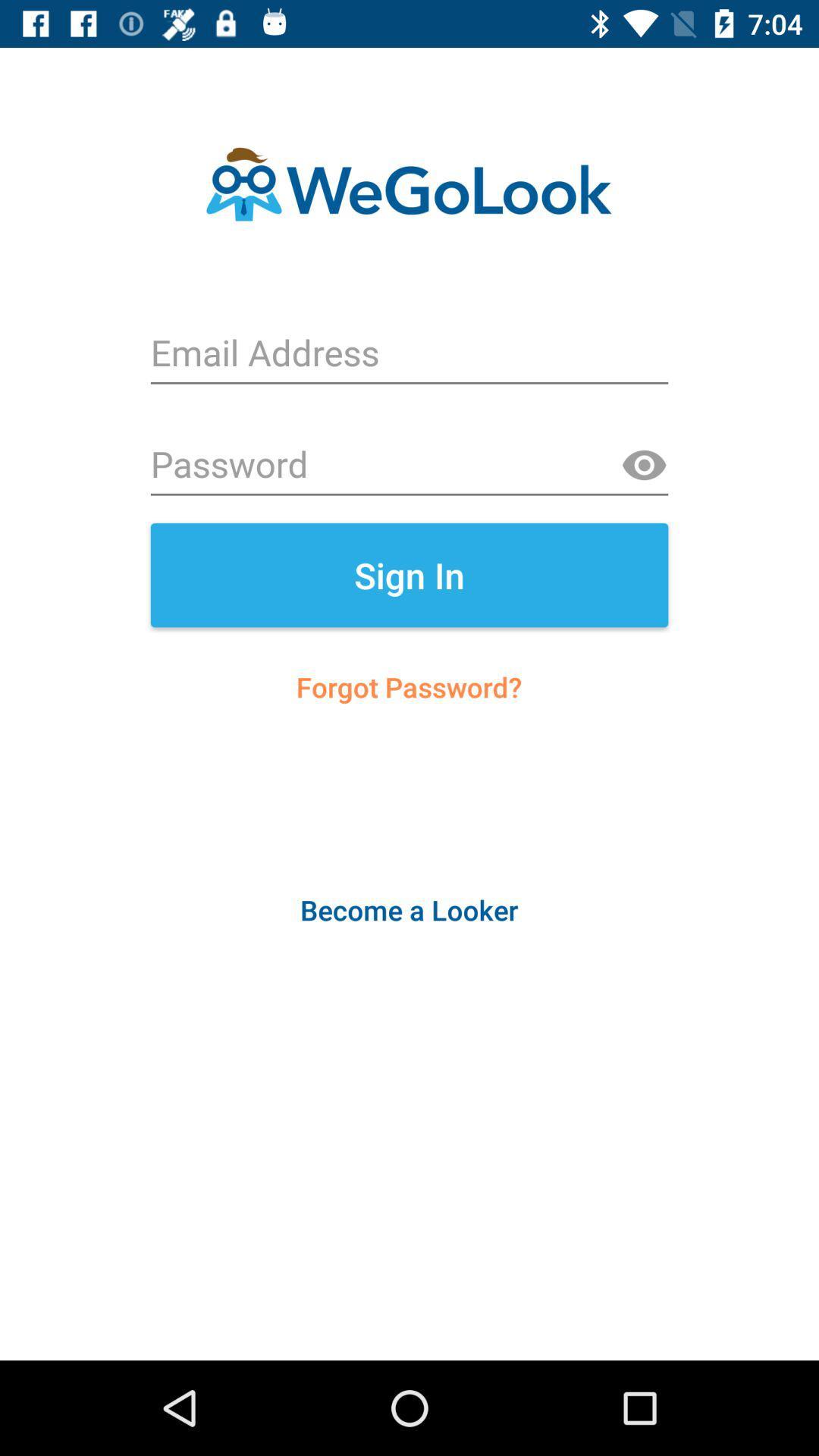 Image resolution: width=819 pixels, height=1456 pixels. What do you see at coordinates (408, 910) in the screenshot?
I see `become a looker` at bounding box center [408, 910].